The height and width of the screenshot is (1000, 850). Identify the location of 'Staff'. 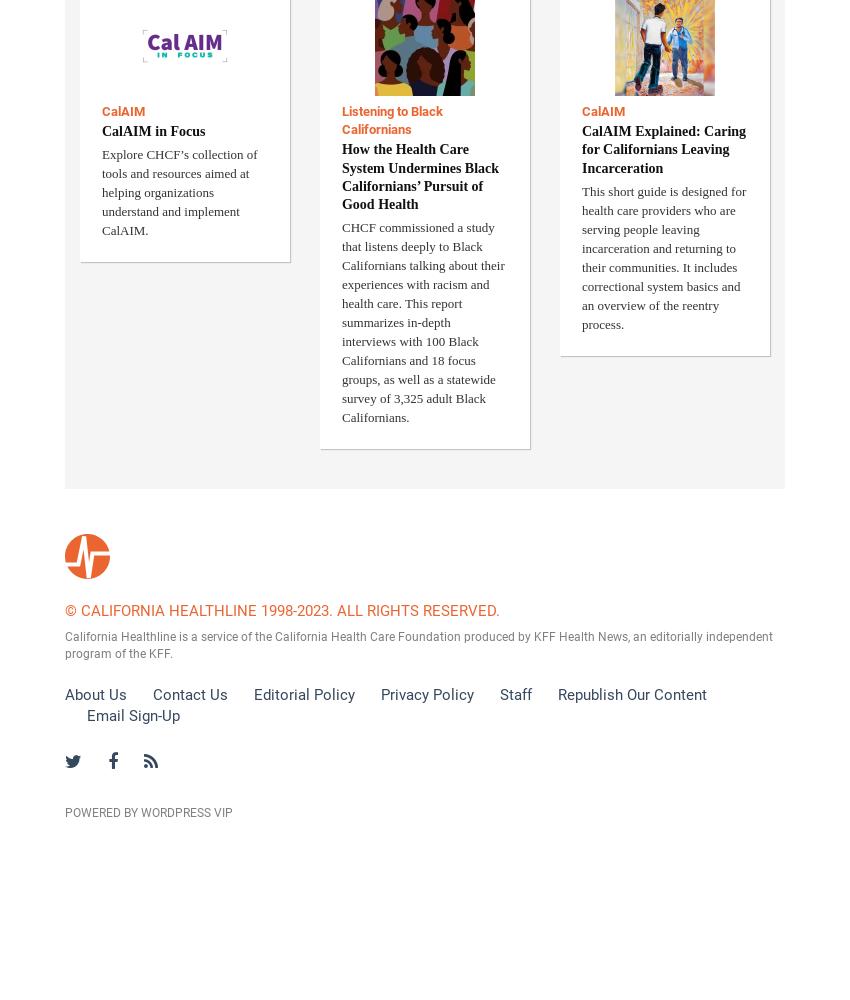
(515, 693).